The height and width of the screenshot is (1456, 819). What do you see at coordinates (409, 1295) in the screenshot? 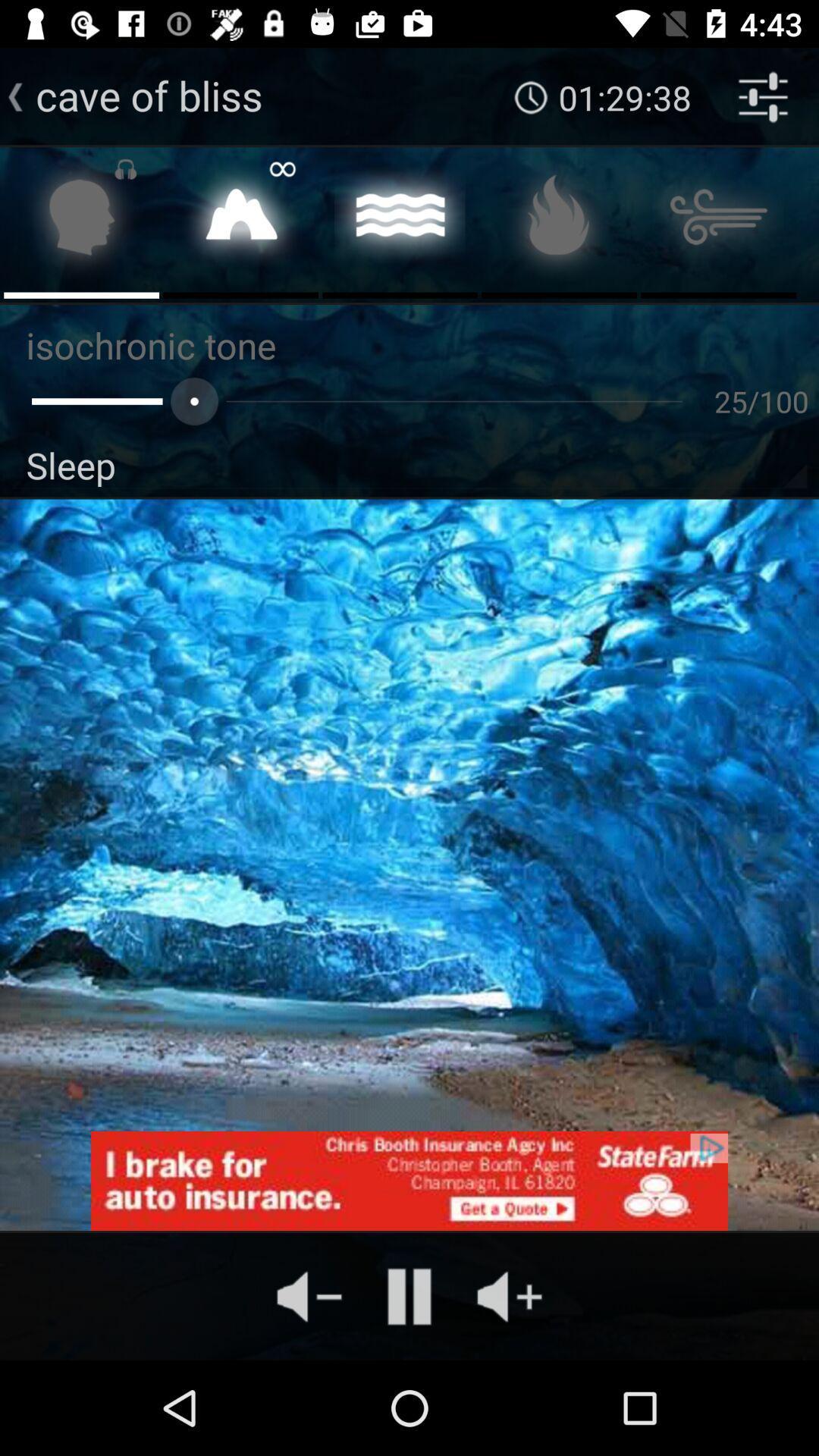
I see `the pause icon` at bounding box center [409, 1295].